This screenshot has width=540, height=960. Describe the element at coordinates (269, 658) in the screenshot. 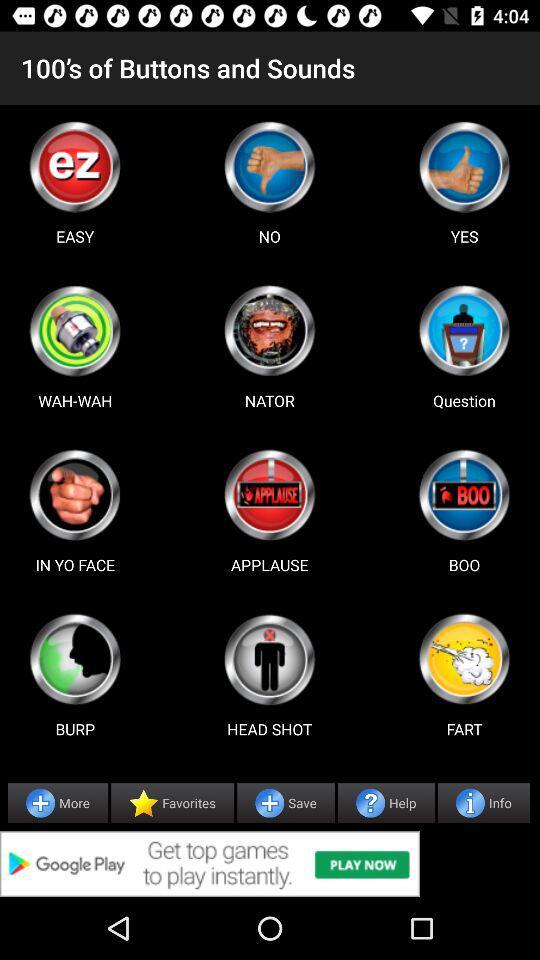

I see `use the button head shot` at that location.